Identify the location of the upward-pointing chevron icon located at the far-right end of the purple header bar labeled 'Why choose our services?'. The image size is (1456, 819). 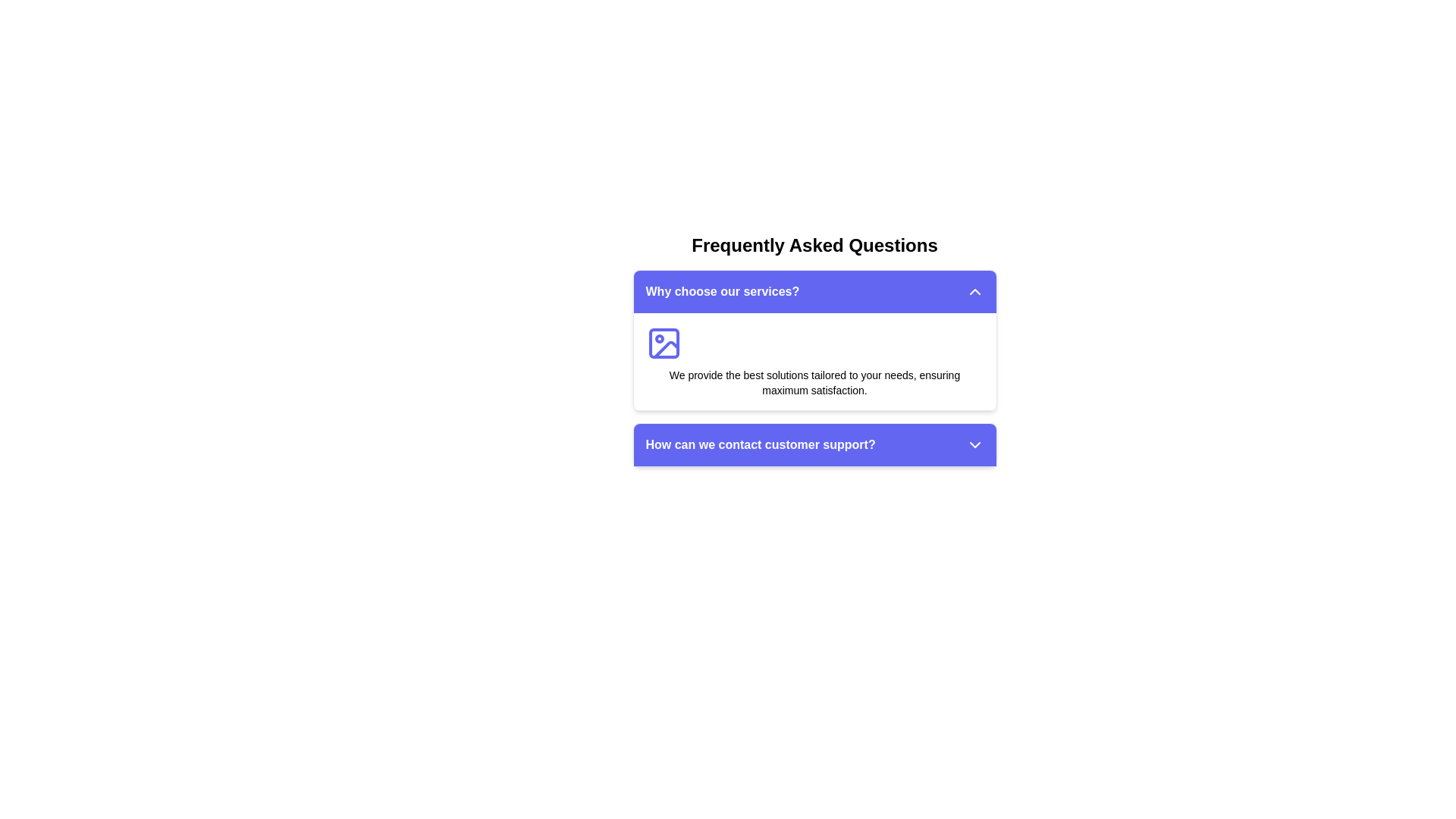
(974, 292).